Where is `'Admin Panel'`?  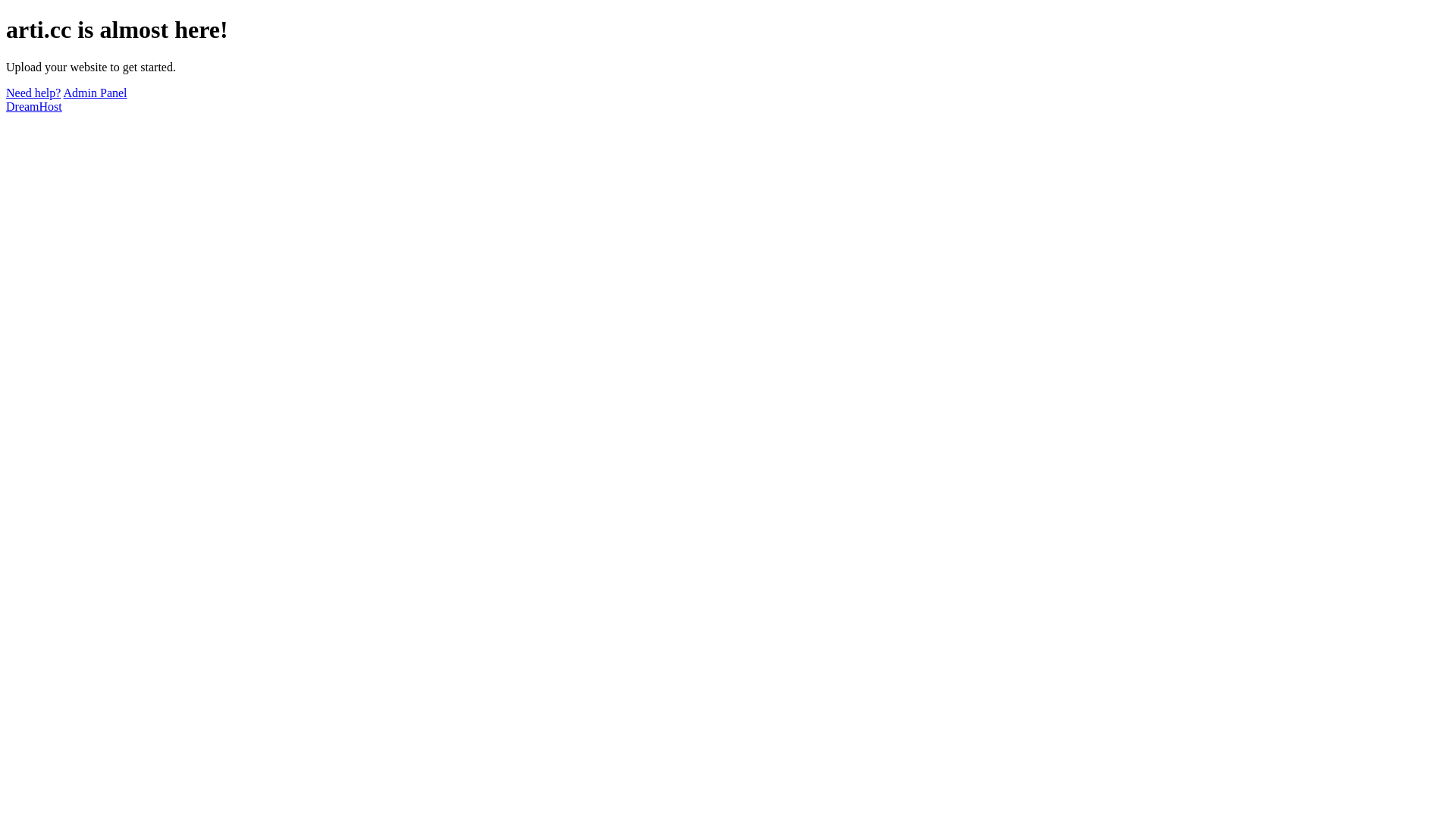 'Admin Panel' is located at coordinates (94, 93).